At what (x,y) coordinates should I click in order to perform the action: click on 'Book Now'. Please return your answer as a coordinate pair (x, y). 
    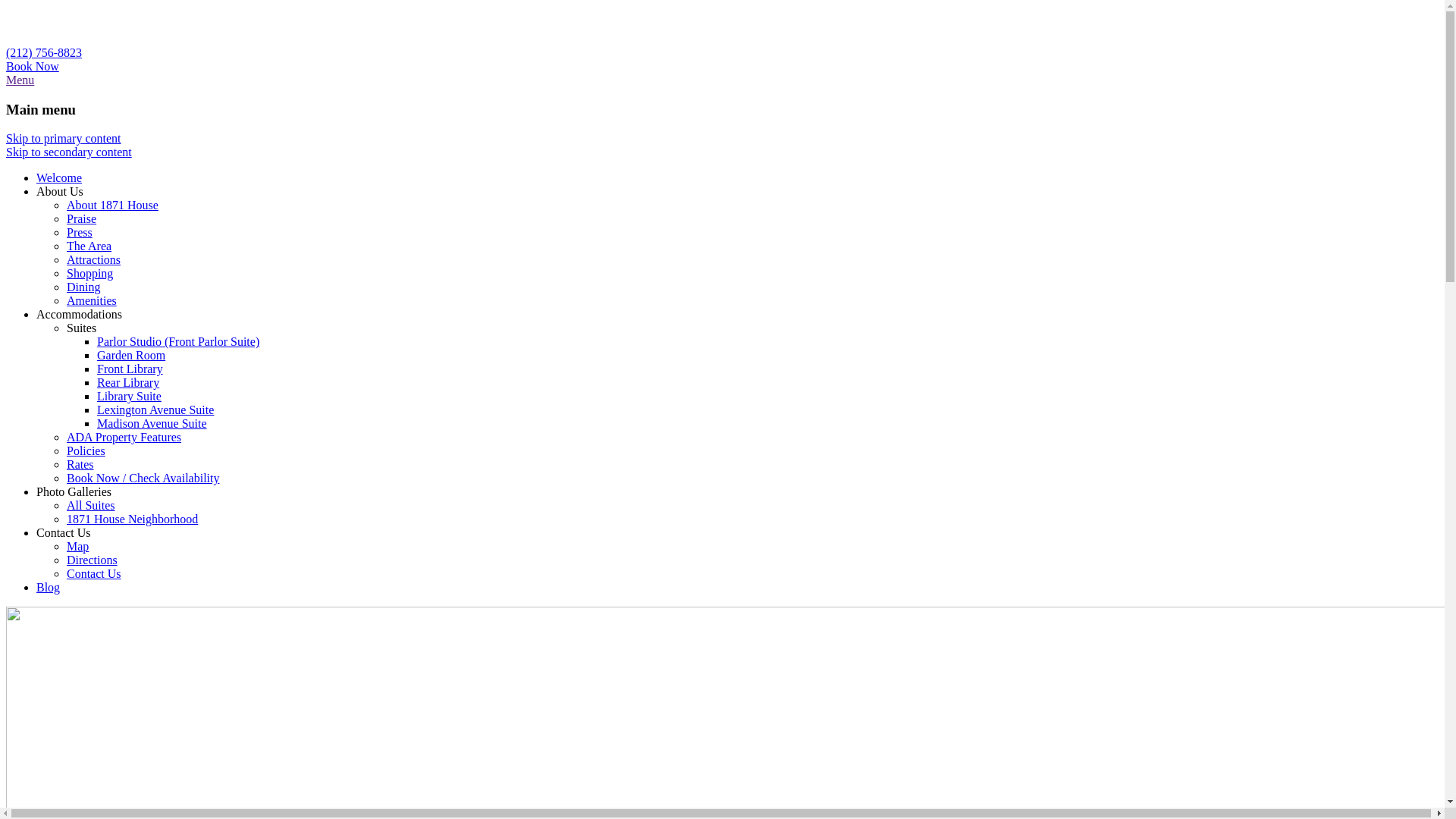
    Looking at the image, I should click on (6, 65).